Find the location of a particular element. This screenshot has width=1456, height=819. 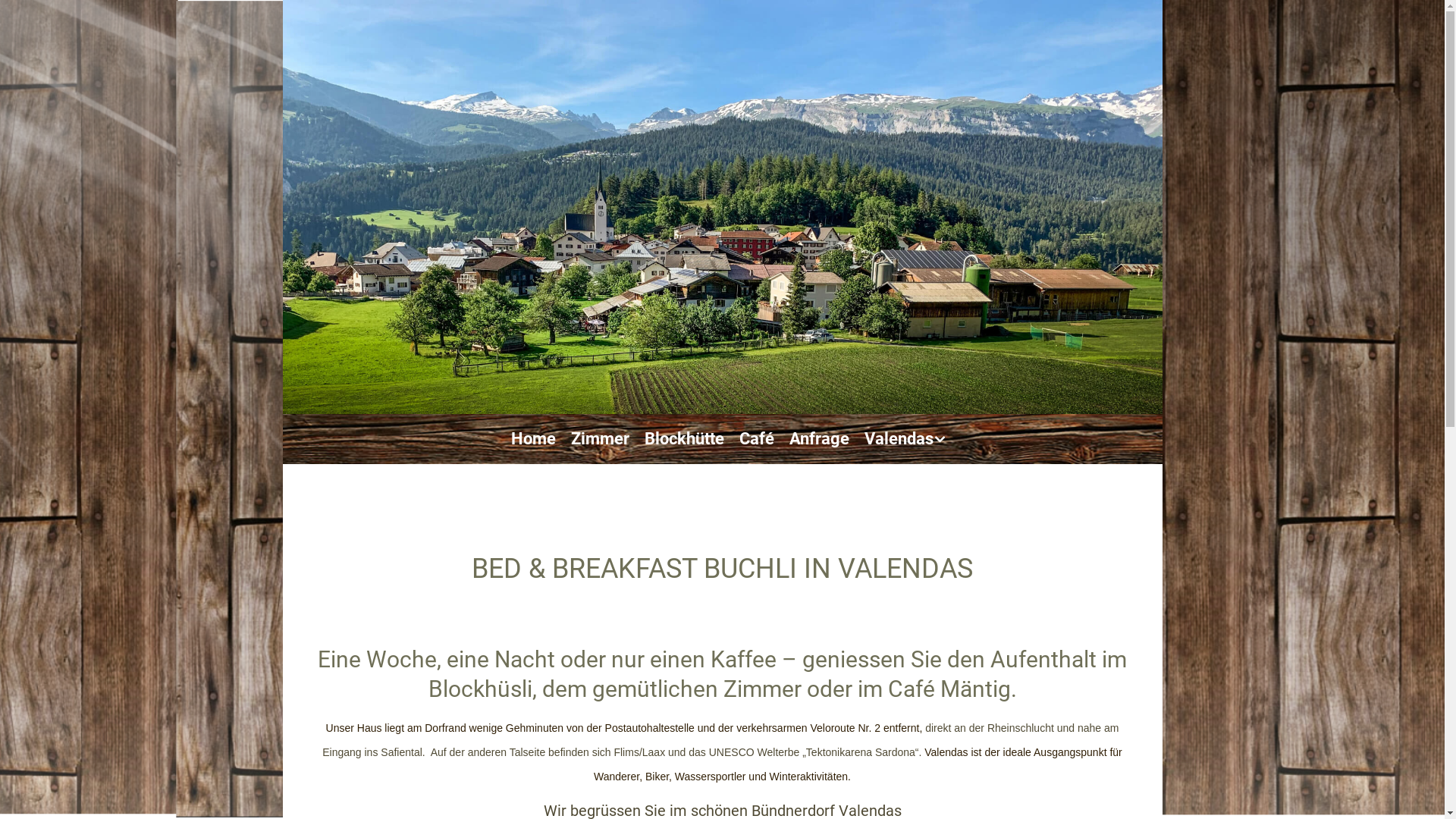

'Home' is located at coordinates (510, 438).